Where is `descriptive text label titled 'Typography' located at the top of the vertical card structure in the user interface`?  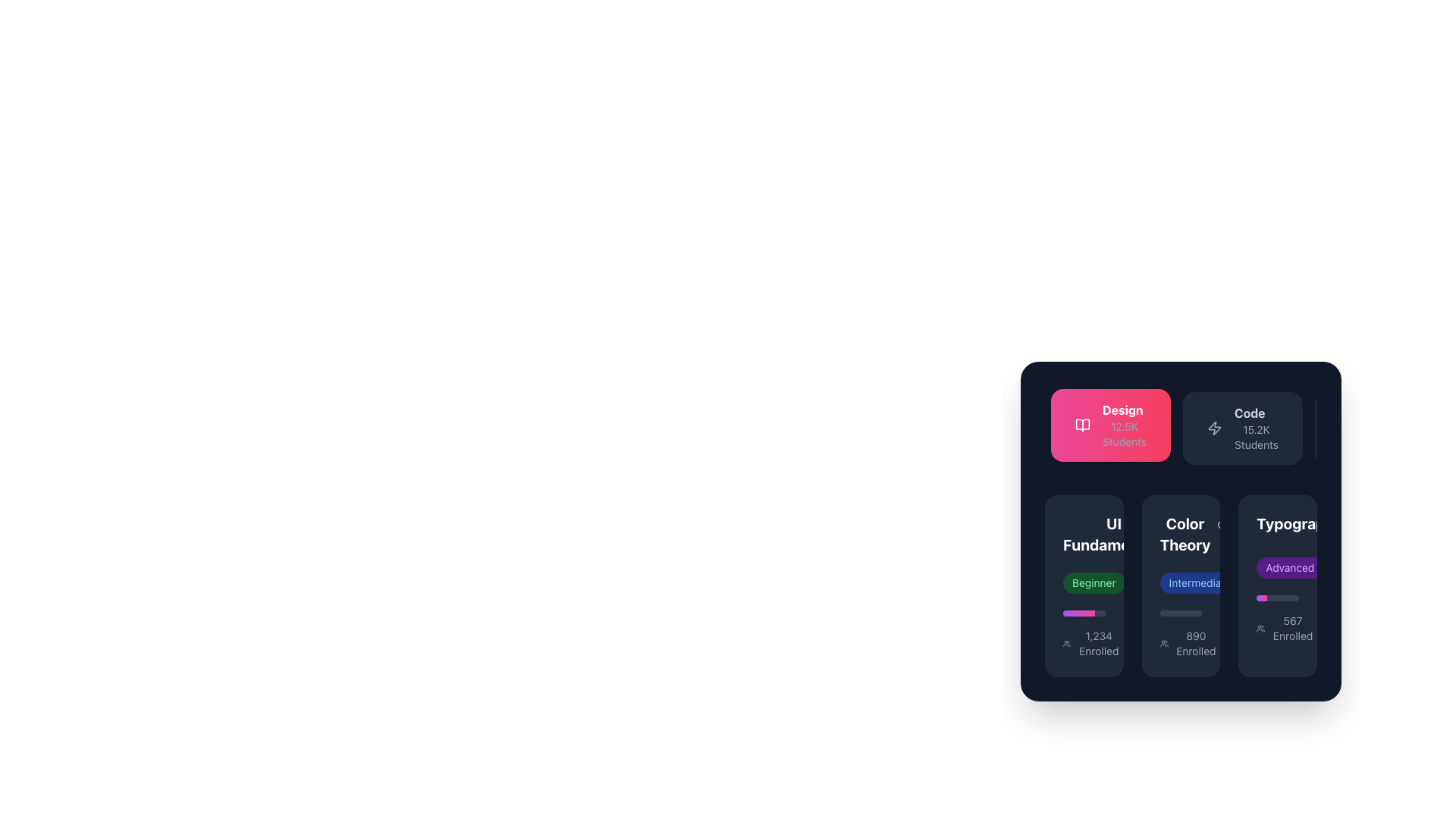 descriptive text label titled 'Typography' located at the top of the vertical card structure in the user interface is located at coordinates (1298, 522).